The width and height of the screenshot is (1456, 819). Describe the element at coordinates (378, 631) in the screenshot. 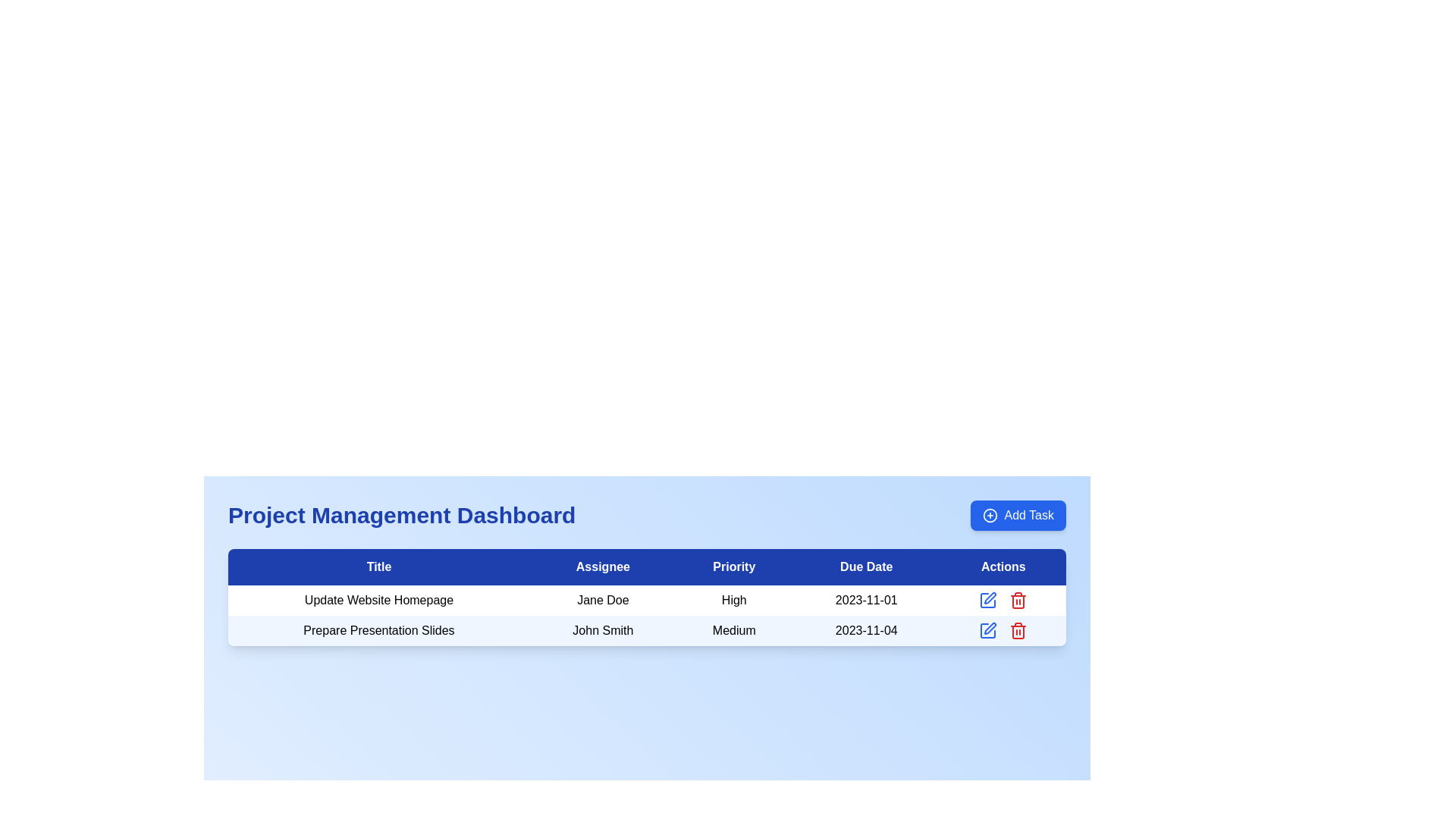

I see `the text label displaying 'Prepare Presentation Slides', which is located in the second row of a table under the 'Title' column` at that location.